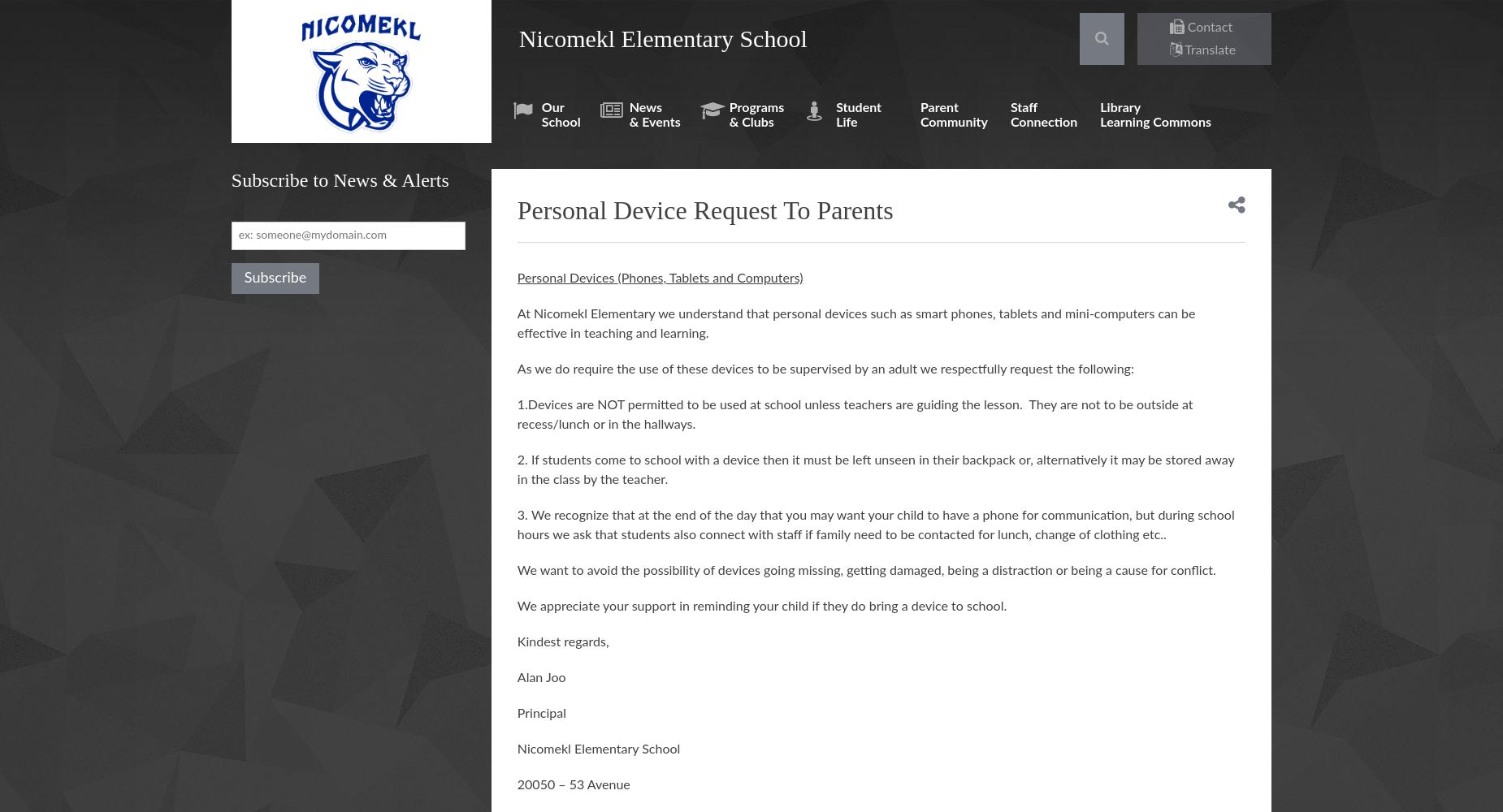 The image size is (1503, 812). What do you see at coordinates (541, 677) in the screenshot?
I see `'Alan Joo'` at bounding box center [541, 677].